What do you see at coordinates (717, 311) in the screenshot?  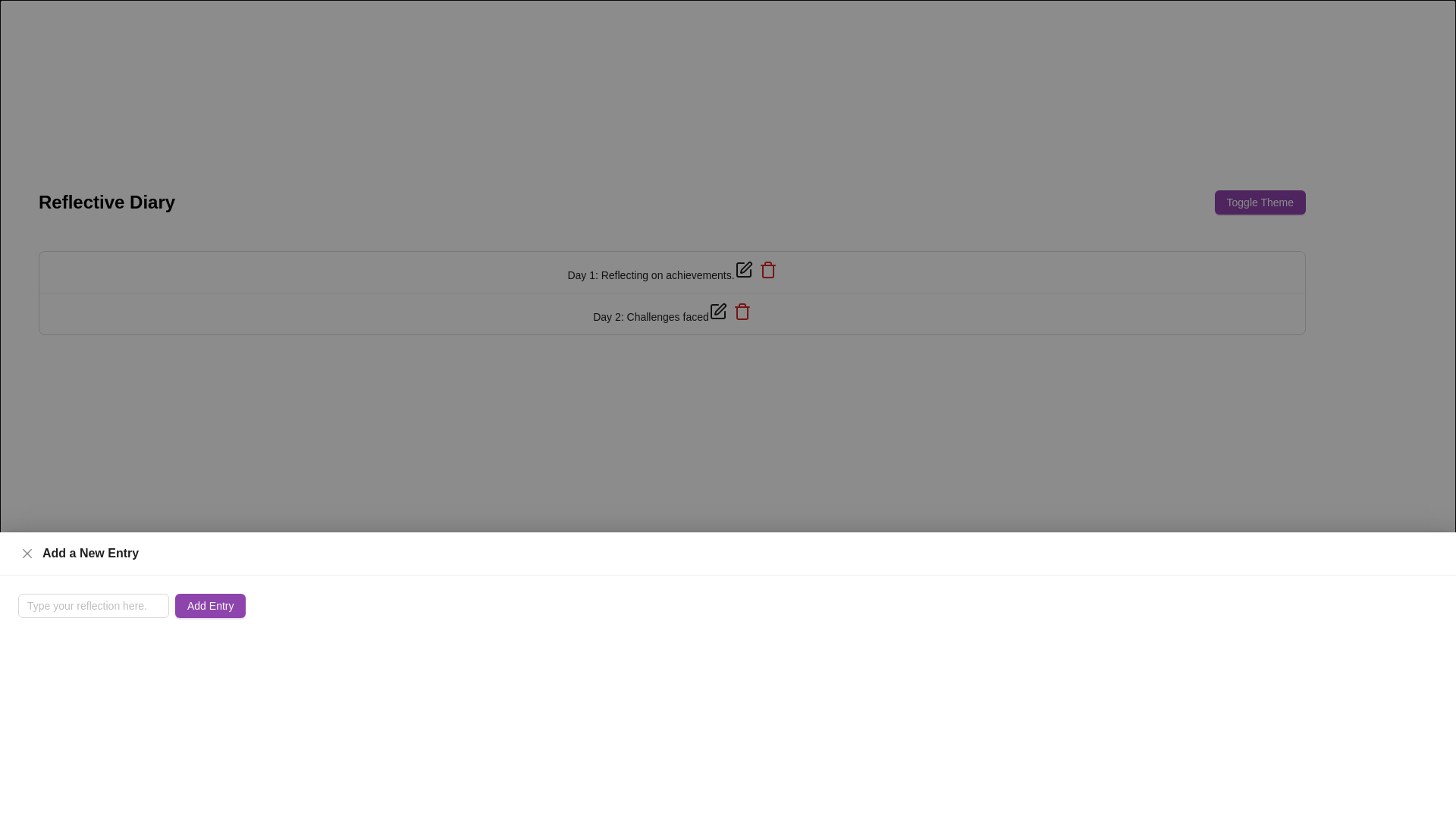 I see `the edit button located in the second horizontal row, adjacent to the label 'Day 2: Challenges faced'` at bounding box center [717, 311].